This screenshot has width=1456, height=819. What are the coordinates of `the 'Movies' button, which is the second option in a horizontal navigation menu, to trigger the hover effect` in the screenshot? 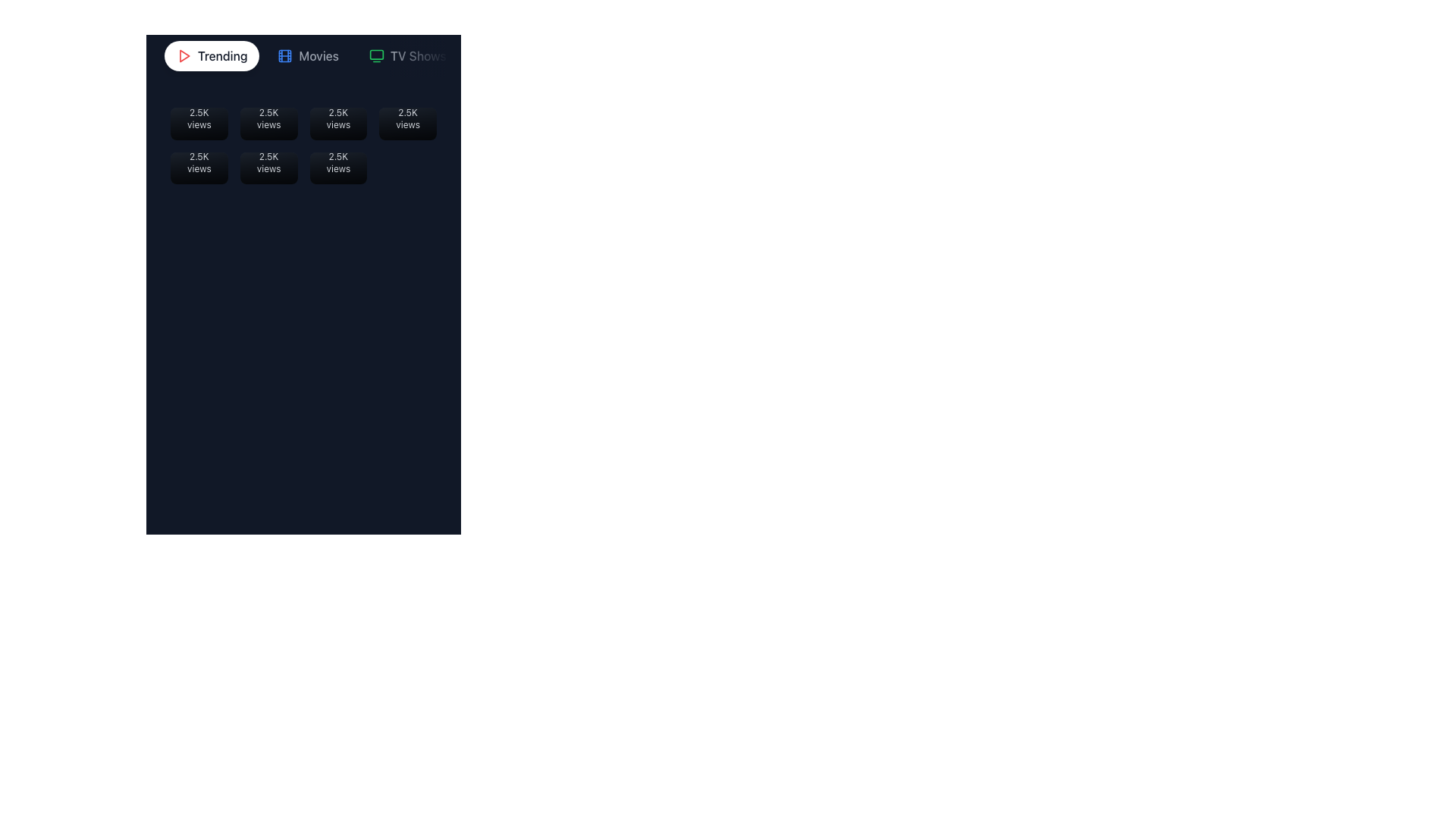 It's located at (307, 55).